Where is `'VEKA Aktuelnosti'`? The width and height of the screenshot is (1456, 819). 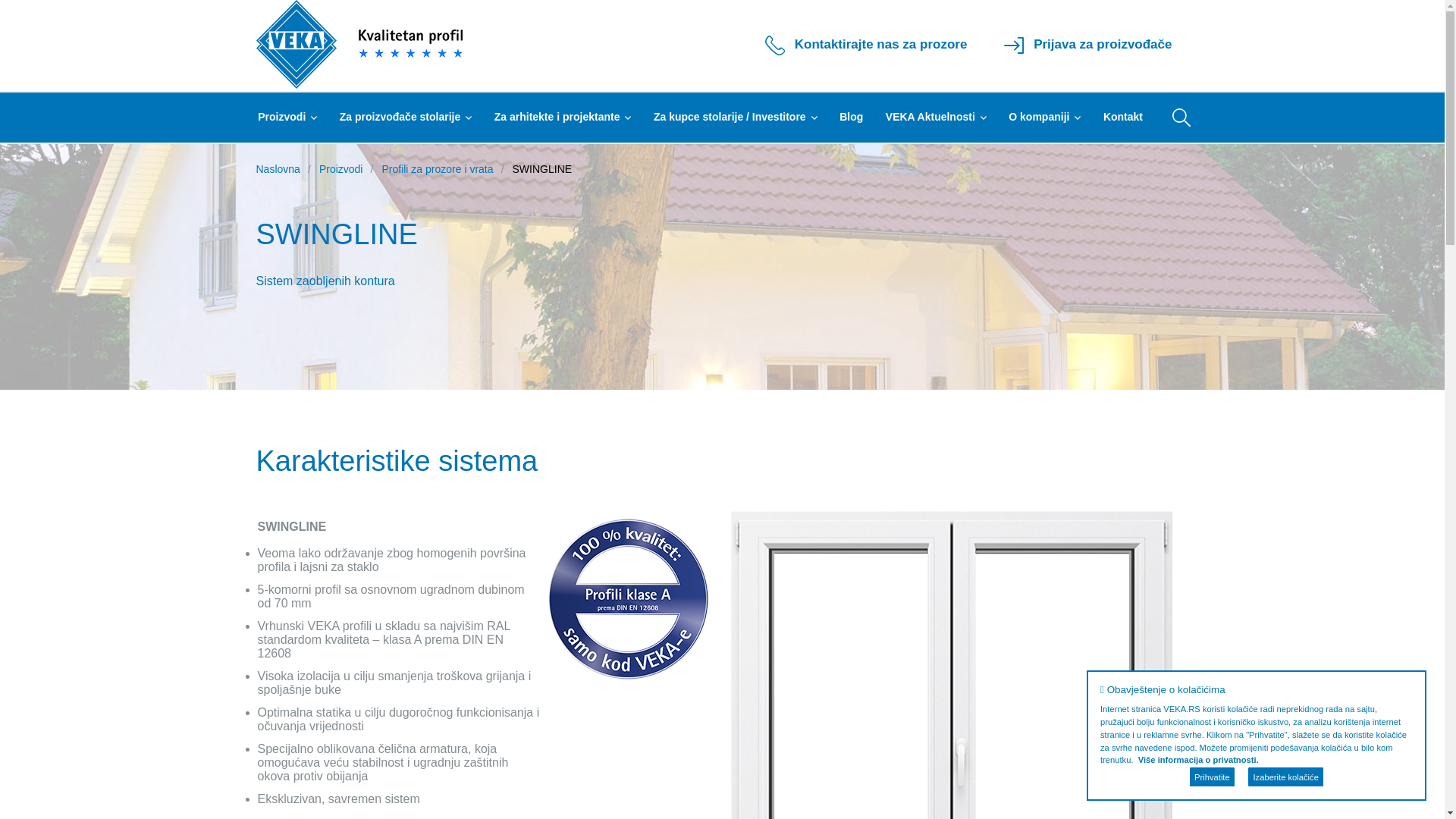 'VEKA Aktuelnosti' is located at coordinates (935, 117).